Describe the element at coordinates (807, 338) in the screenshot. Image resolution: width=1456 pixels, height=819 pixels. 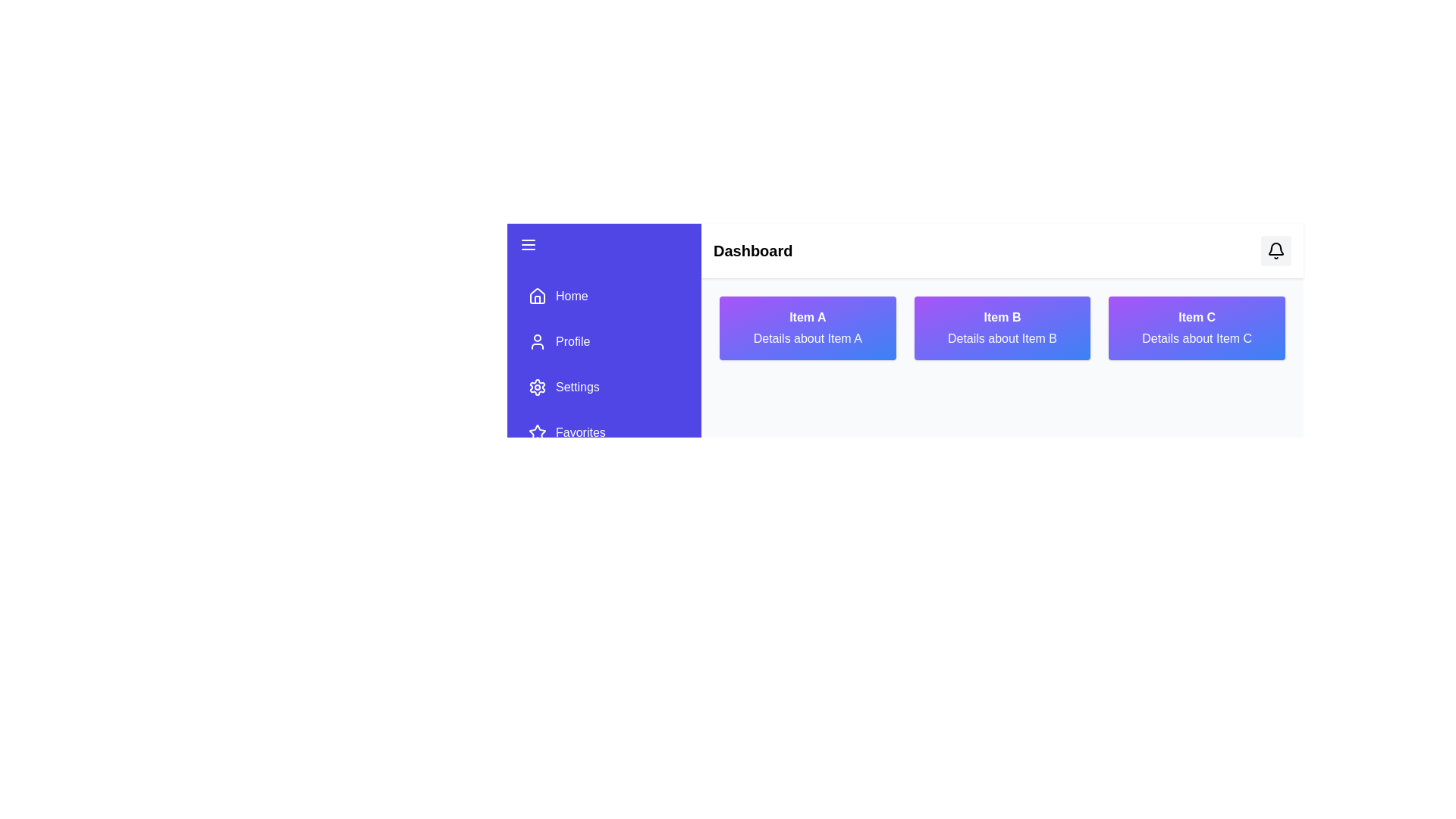
I see `the text label displaying 'Details about Item A' in white font, which is located within the first card of a horizontal row of three cards` at that location.